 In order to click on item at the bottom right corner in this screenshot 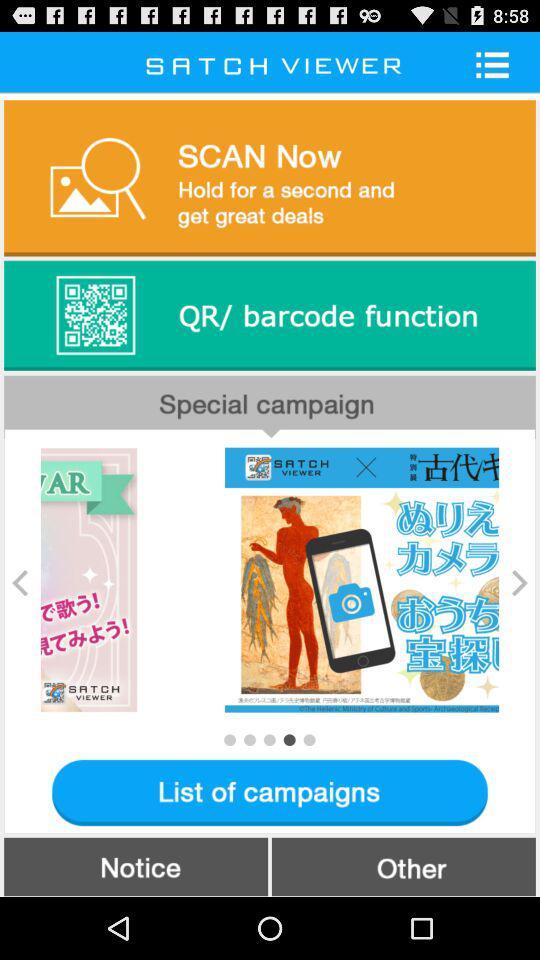, I will do `click(403, 865)`.